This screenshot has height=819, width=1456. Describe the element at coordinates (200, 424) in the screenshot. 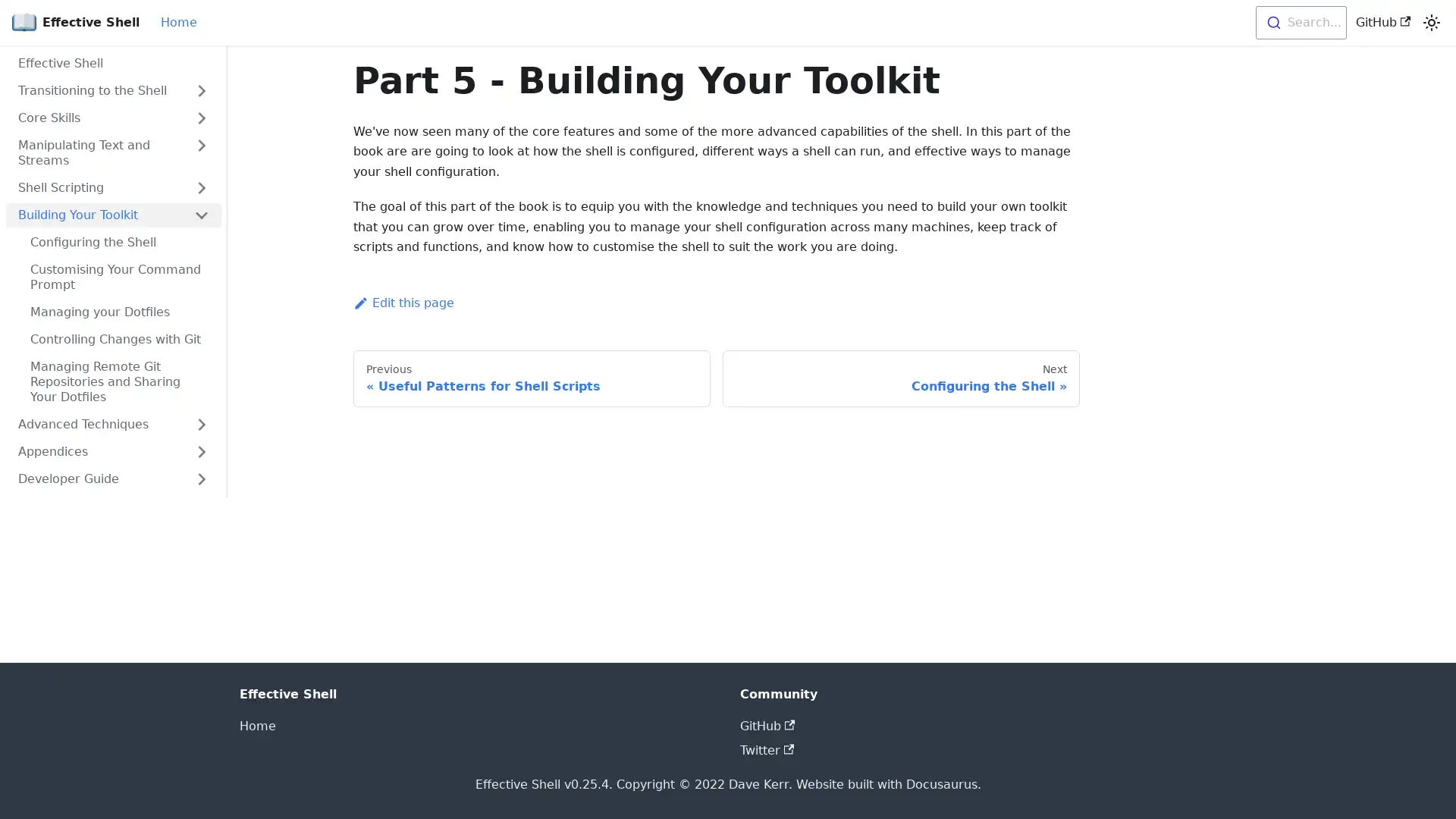

I see `Toggle the collapsible sidebar category 'Advanced Techniques'` at that location.